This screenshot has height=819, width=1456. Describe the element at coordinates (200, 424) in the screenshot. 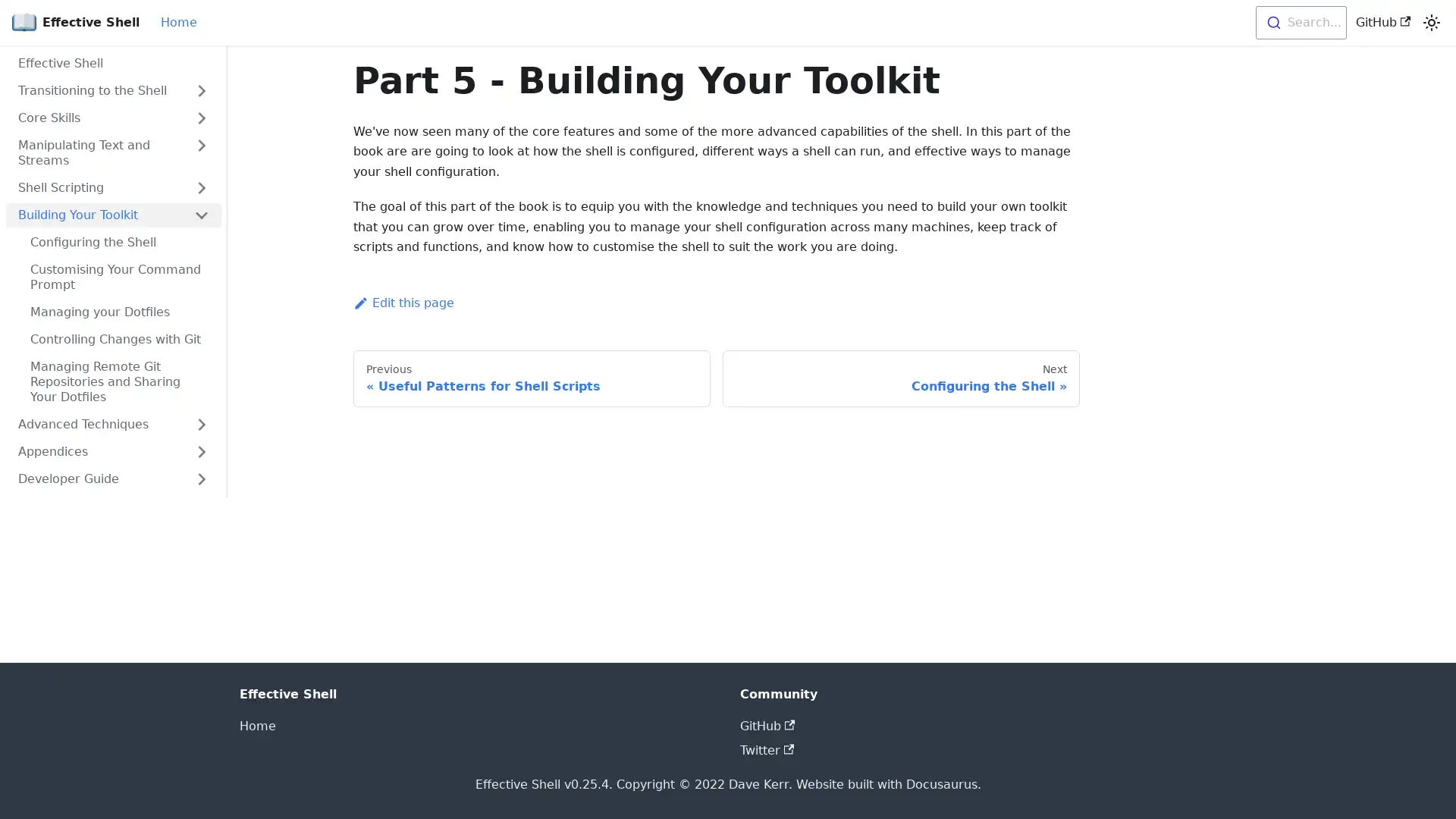

I see `Toggle the collapsible sidebar category 'Advanced Techniques'` at that location.